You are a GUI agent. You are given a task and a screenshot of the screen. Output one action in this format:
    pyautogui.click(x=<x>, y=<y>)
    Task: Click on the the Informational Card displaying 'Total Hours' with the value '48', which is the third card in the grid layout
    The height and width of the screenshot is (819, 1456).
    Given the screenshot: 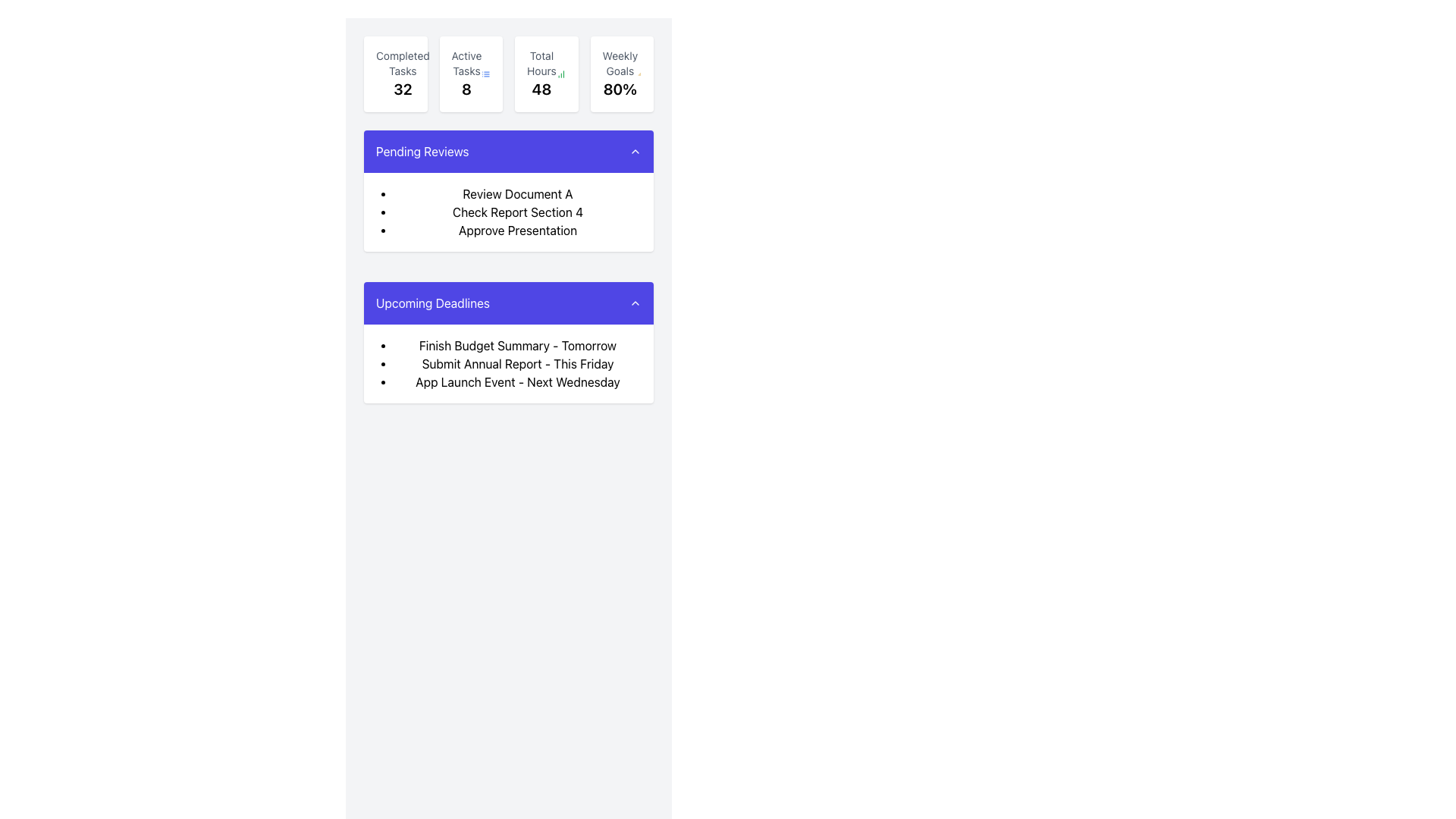 What is the action you would take?
    pyautogui.click(x=546, y=74)
    